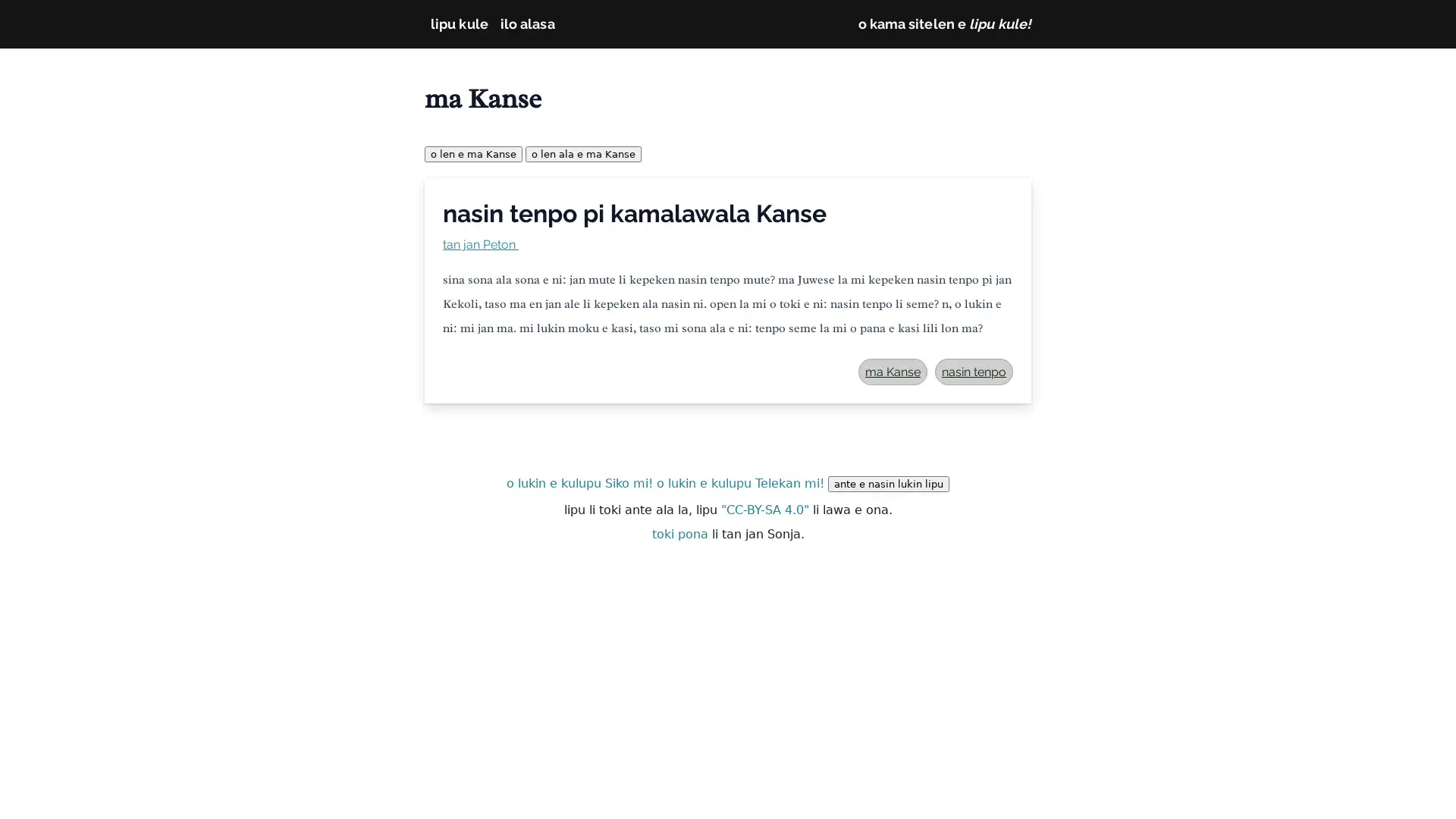  I want to click on ante e nasin lukin lipu, so click(888, 484).